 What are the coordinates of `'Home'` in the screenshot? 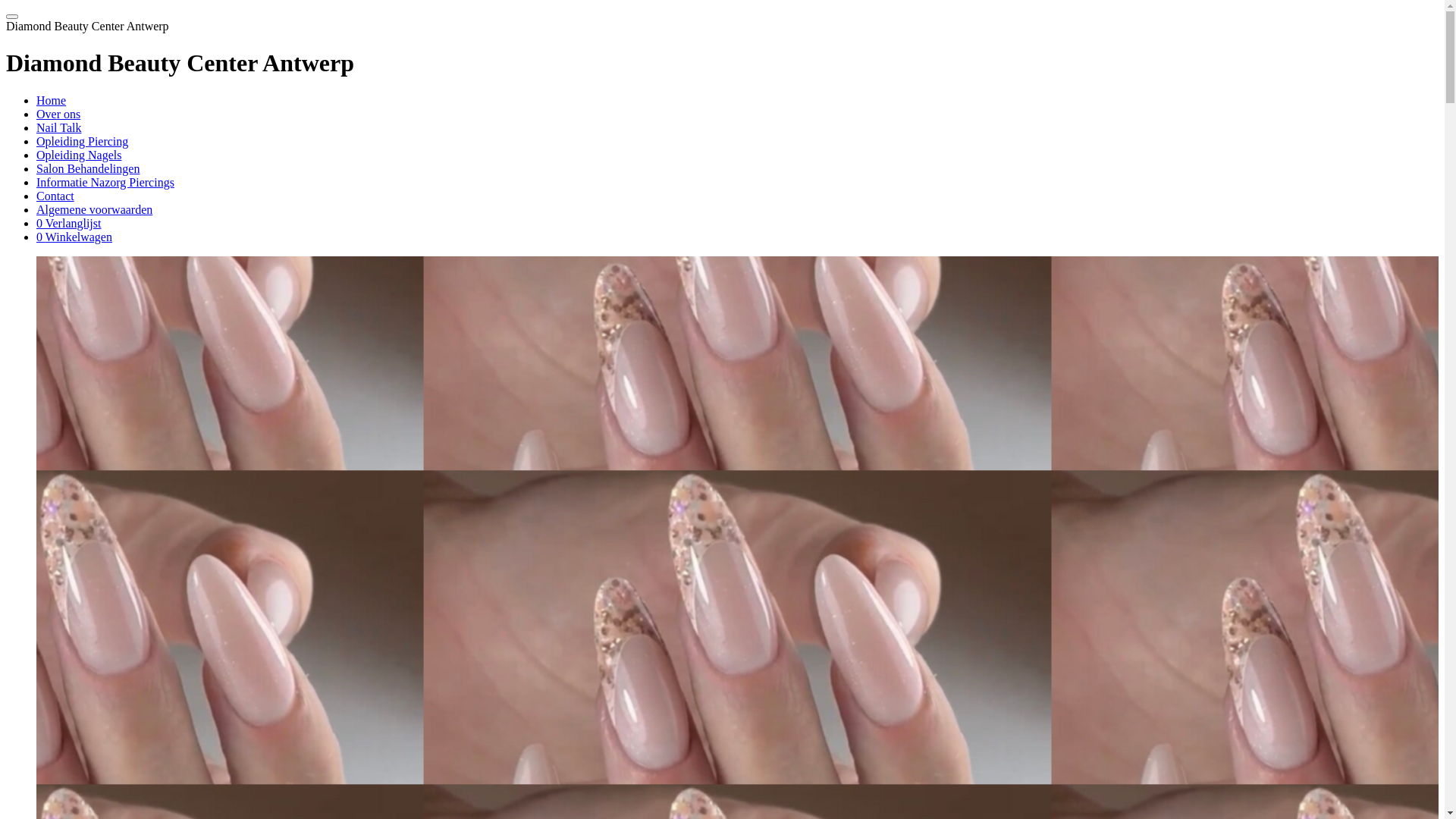 It's located at (51, 100).